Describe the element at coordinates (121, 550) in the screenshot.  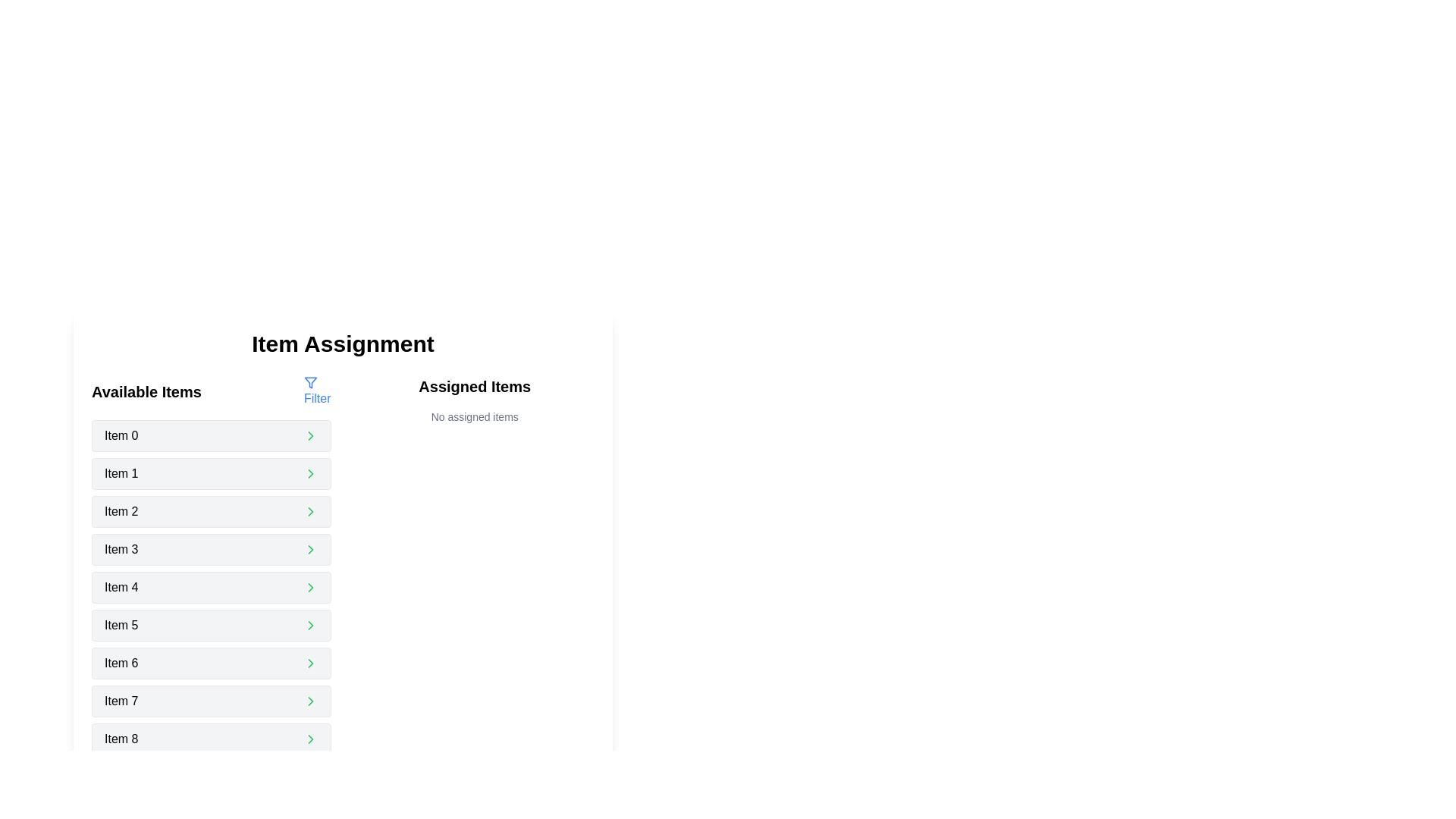
I see `the text label displaying 'Item 3' in the 'Available Items' section on the left-hand side of the interface` at that location.